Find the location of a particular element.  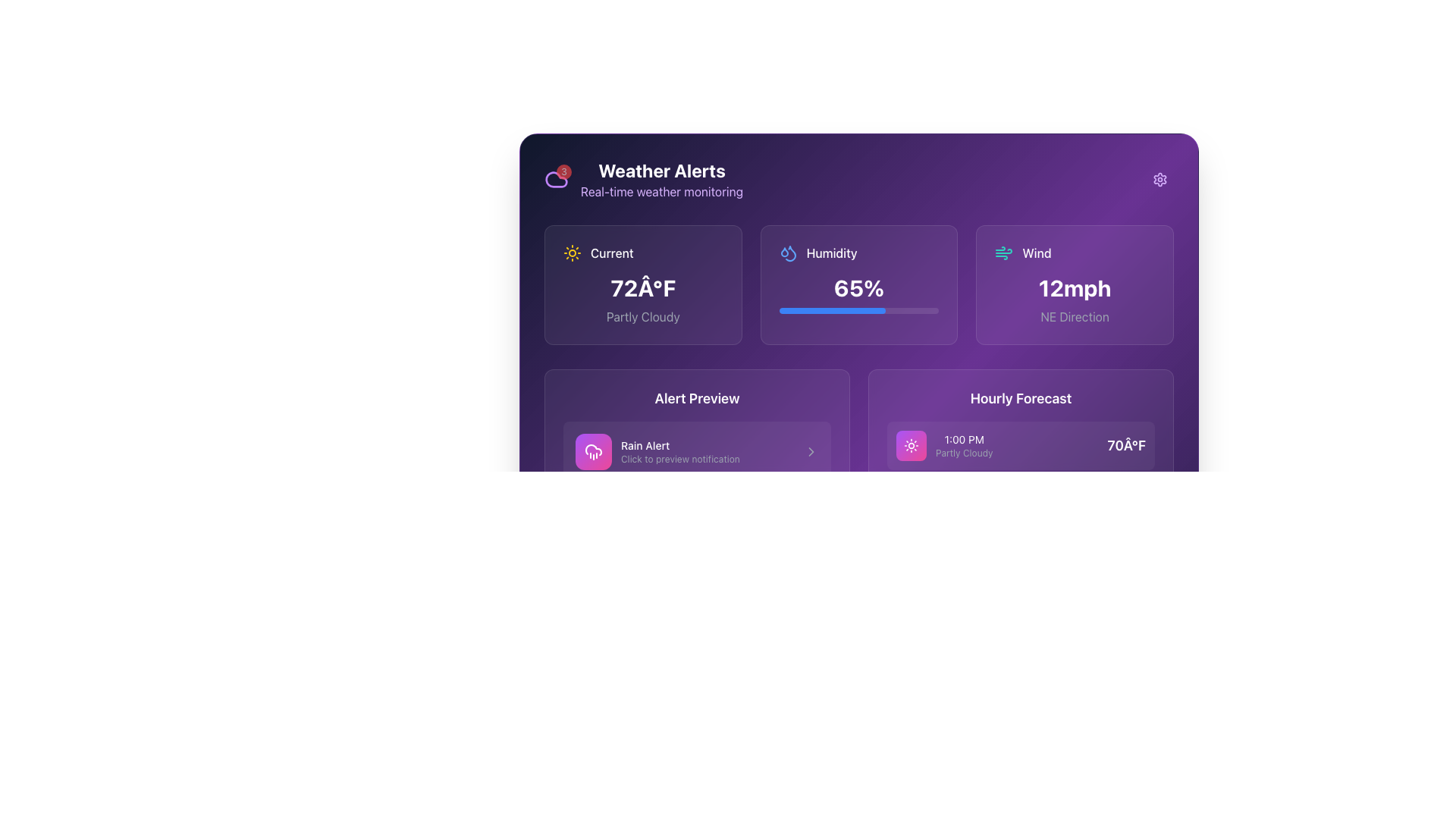

circular icon placeholder with a colorful gradient background and a white cloud icon, located to the left of the text section displaying '2:00 PM' and 'Partly Cloudy' is located at coordinates (910, 506).